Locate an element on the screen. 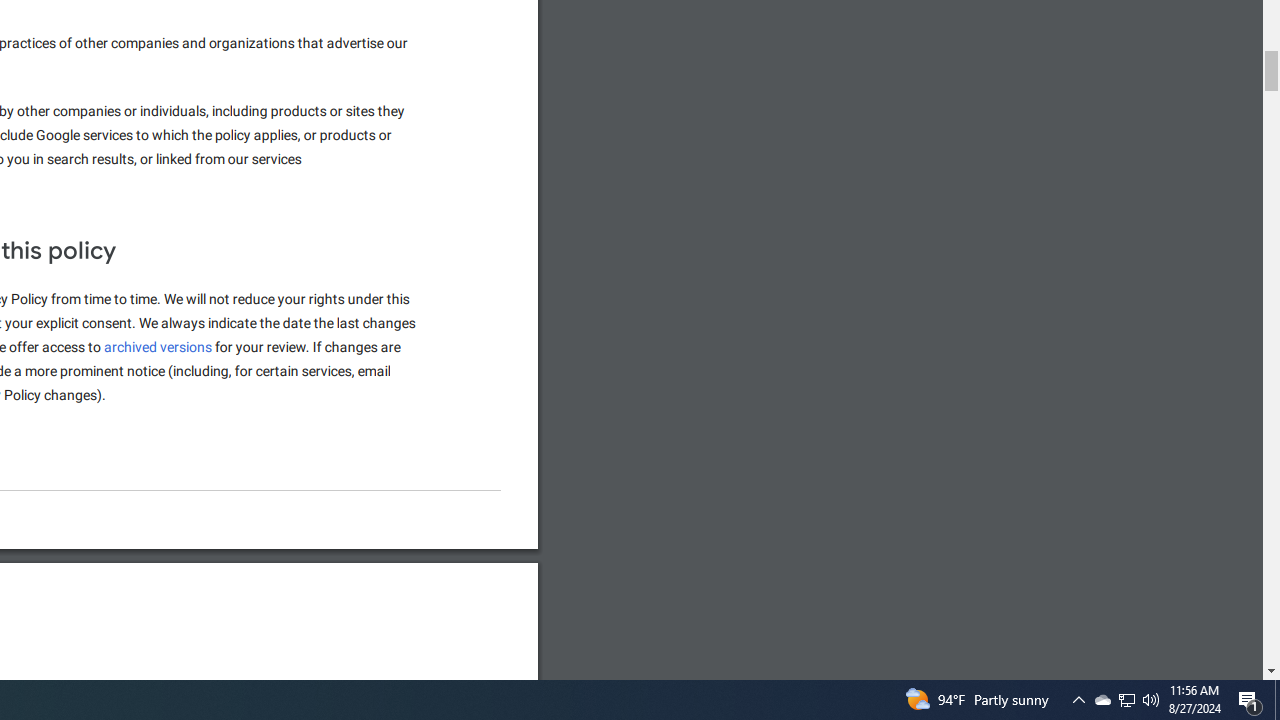 This screenshot has height=720, width=1280. 'archived versions' is located at coordinates (157, 346).